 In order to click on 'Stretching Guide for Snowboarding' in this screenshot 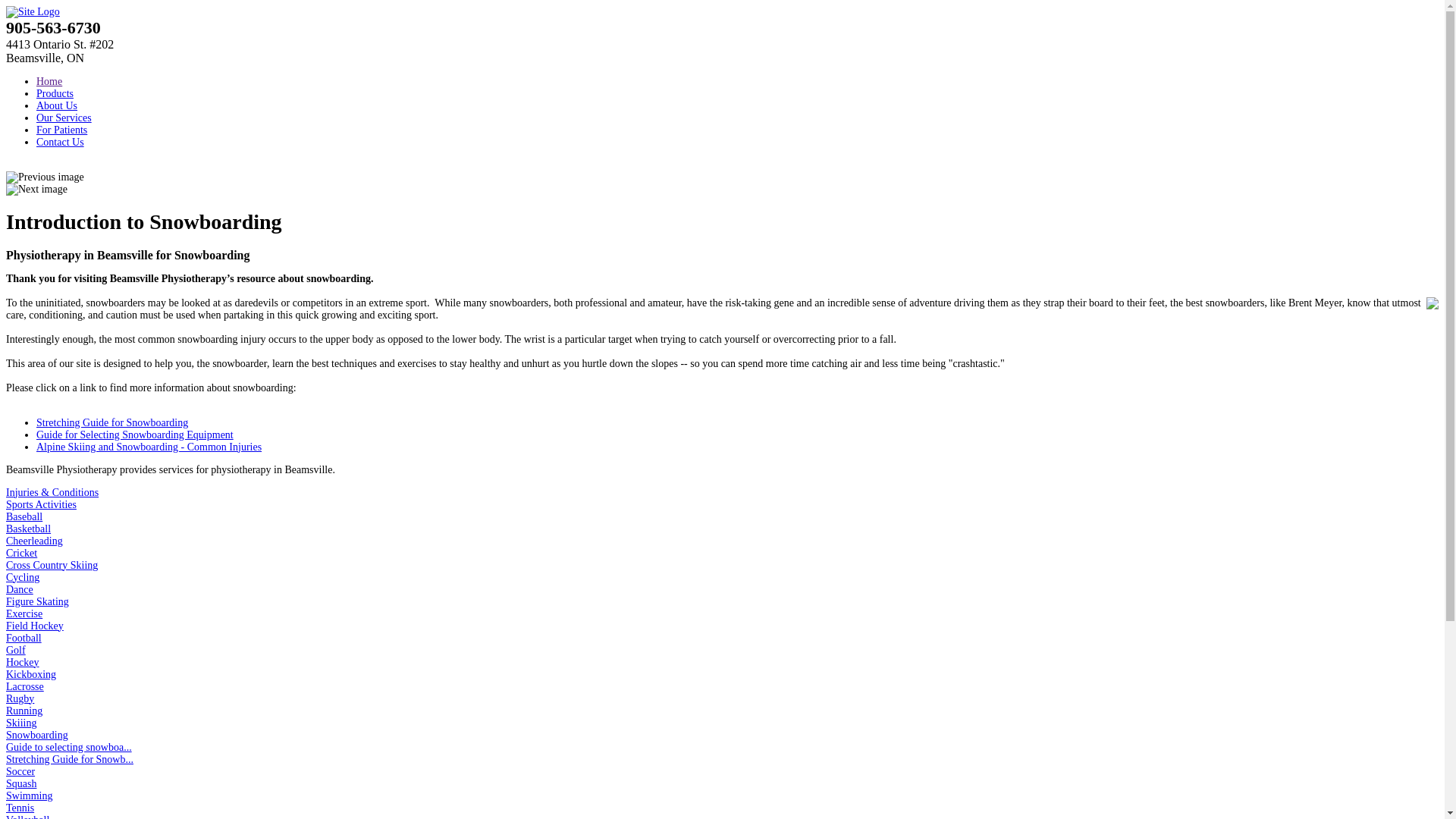, I will do `click(111, 422)`.